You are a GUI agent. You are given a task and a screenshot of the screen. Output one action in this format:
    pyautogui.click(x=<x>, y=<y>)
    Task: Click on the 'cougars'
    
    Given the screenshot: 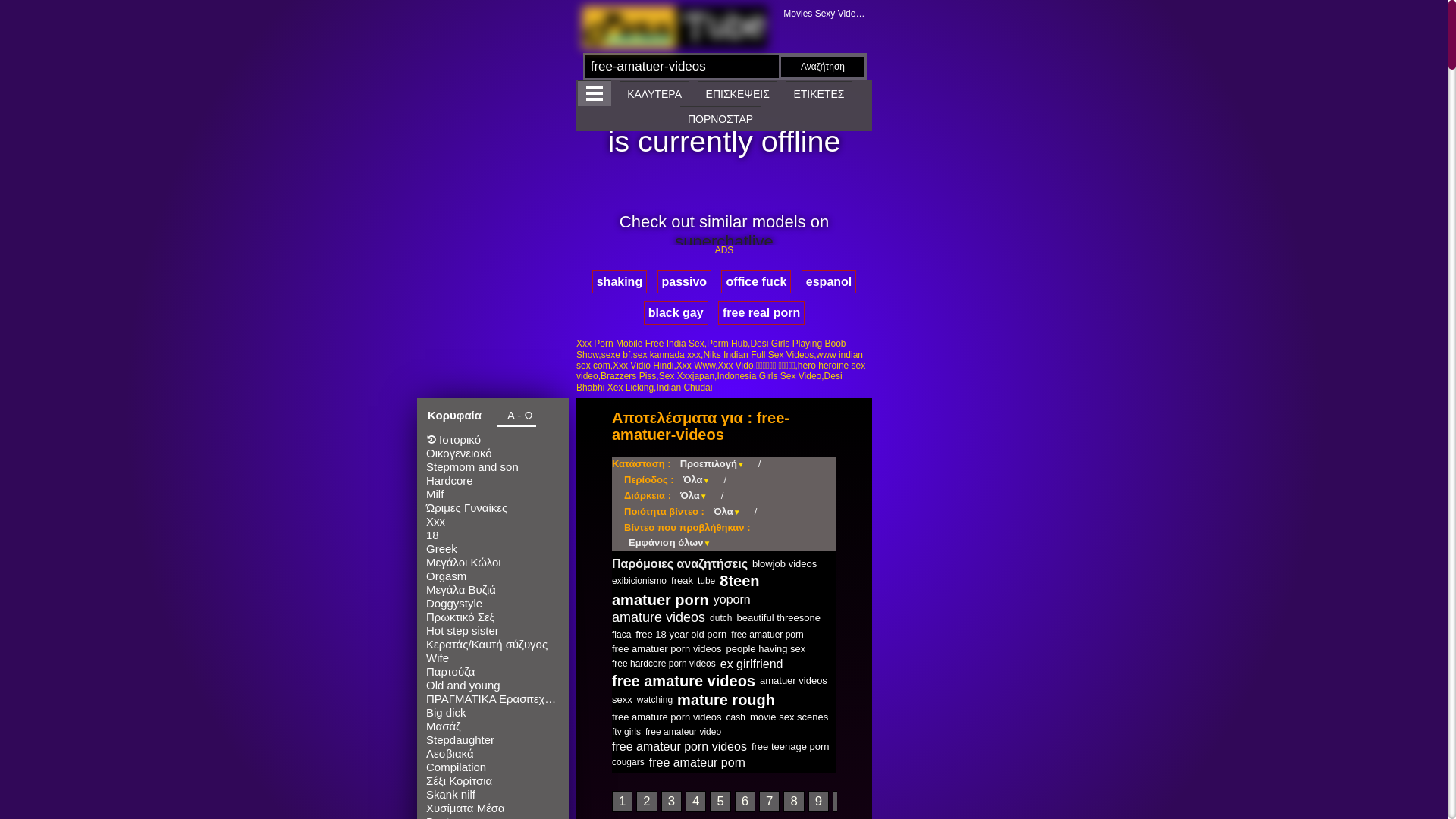 What is the action you would take?
    pyautogui.click(x=628, y=762)
    